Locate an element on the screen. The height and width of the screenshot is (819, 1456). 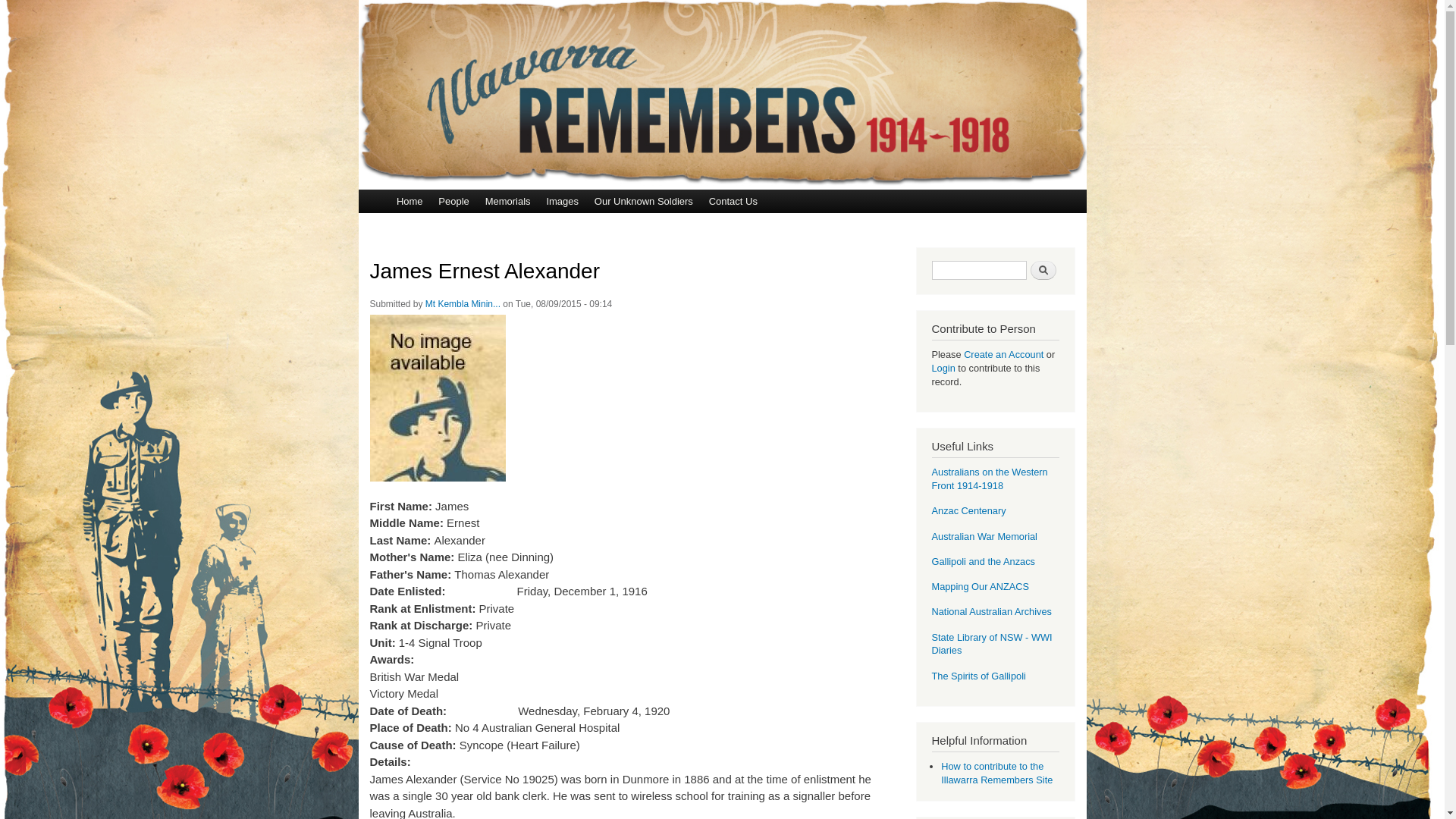
'People' is located at coordinates (429, 200).